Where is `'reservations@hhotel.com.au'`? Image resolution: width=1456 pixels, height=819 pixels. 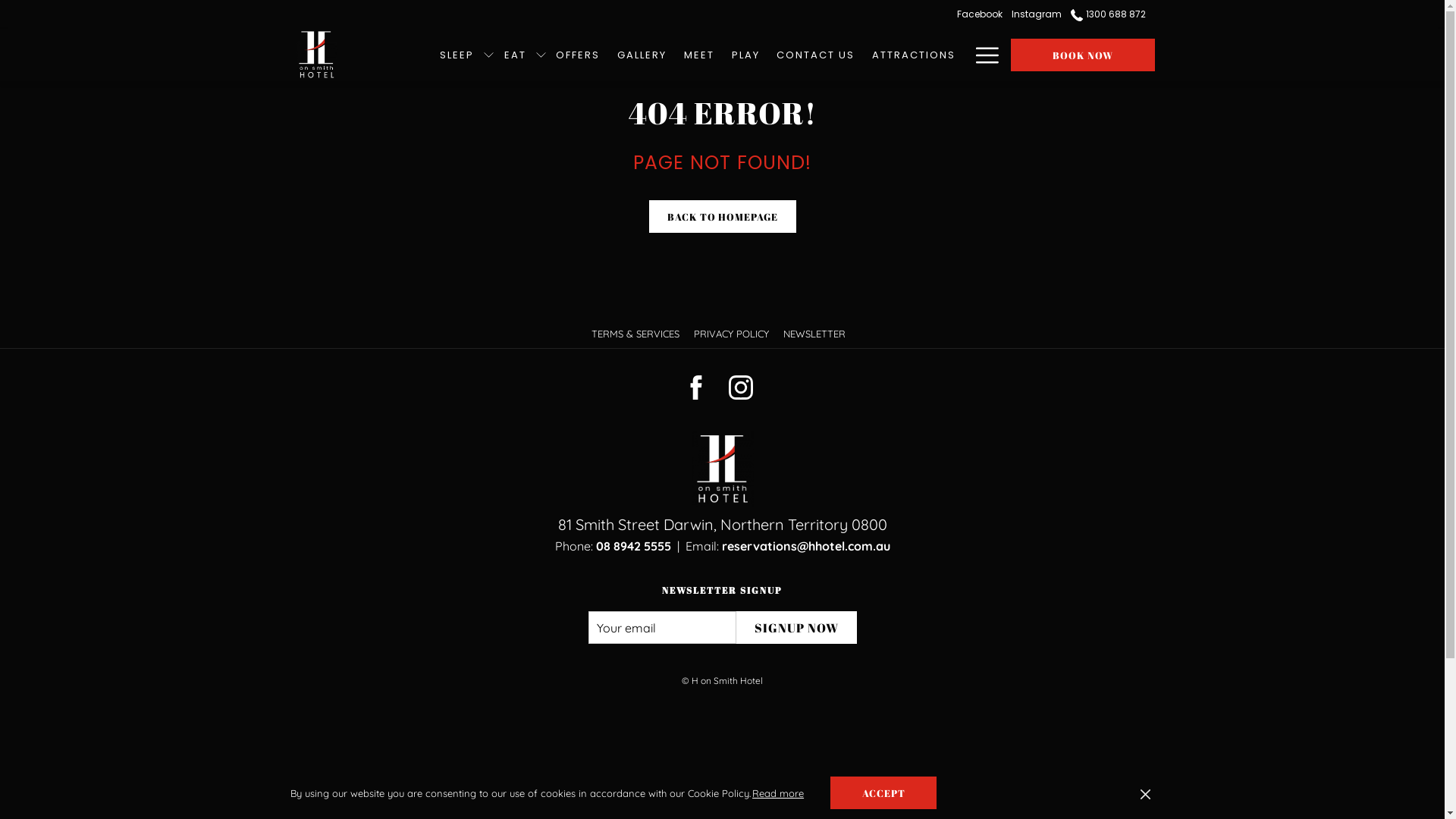
'reservations@hhotel.com.au' is located at coordinates (805, 546).